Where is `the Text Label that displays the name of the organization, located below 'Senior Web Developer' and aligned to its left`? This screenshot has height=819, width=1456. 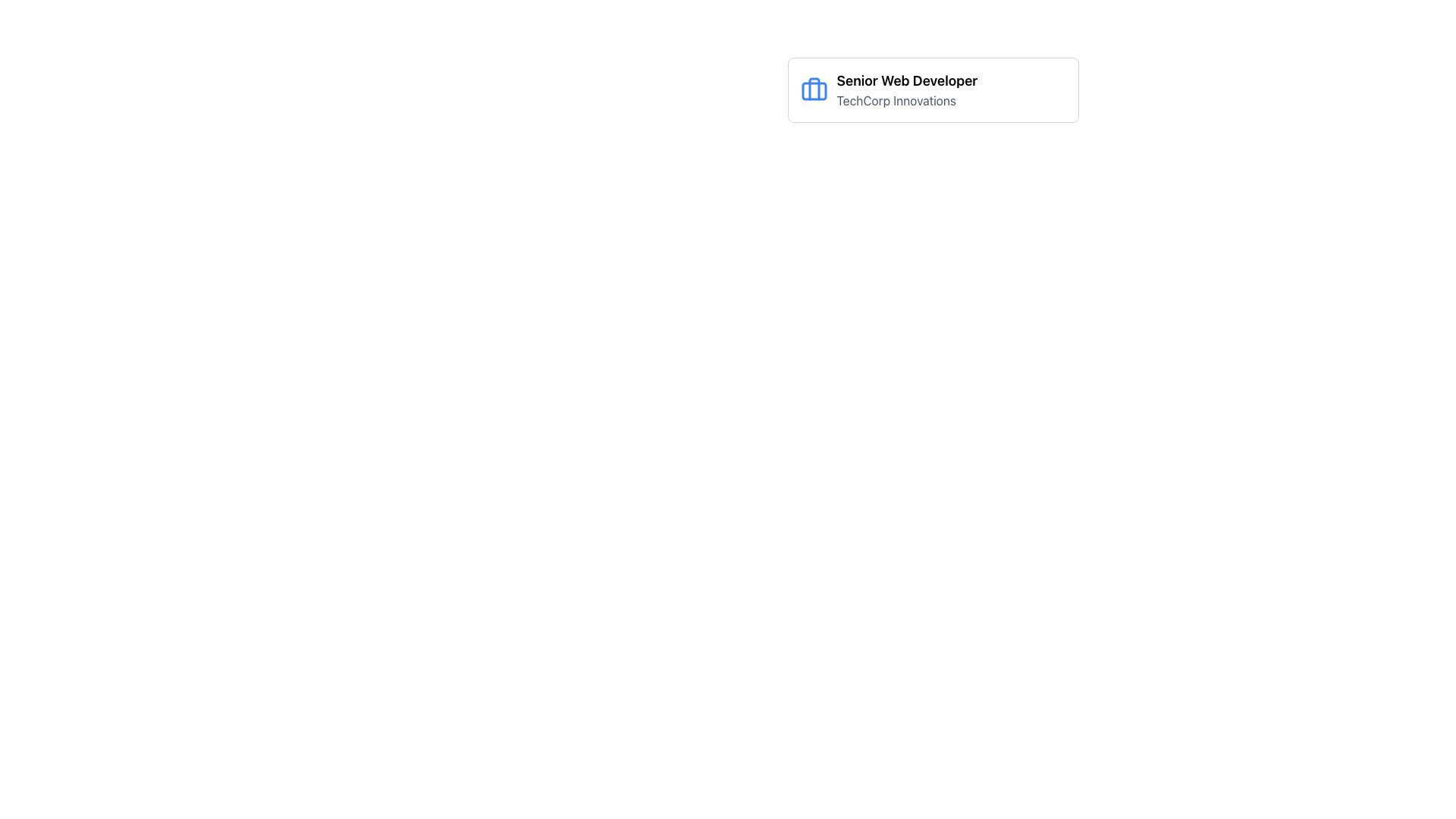
the Text Label that displays the name of the organization, located below 'Senior Web Developer' and aligned to its left is located at coordinates (907, 100).